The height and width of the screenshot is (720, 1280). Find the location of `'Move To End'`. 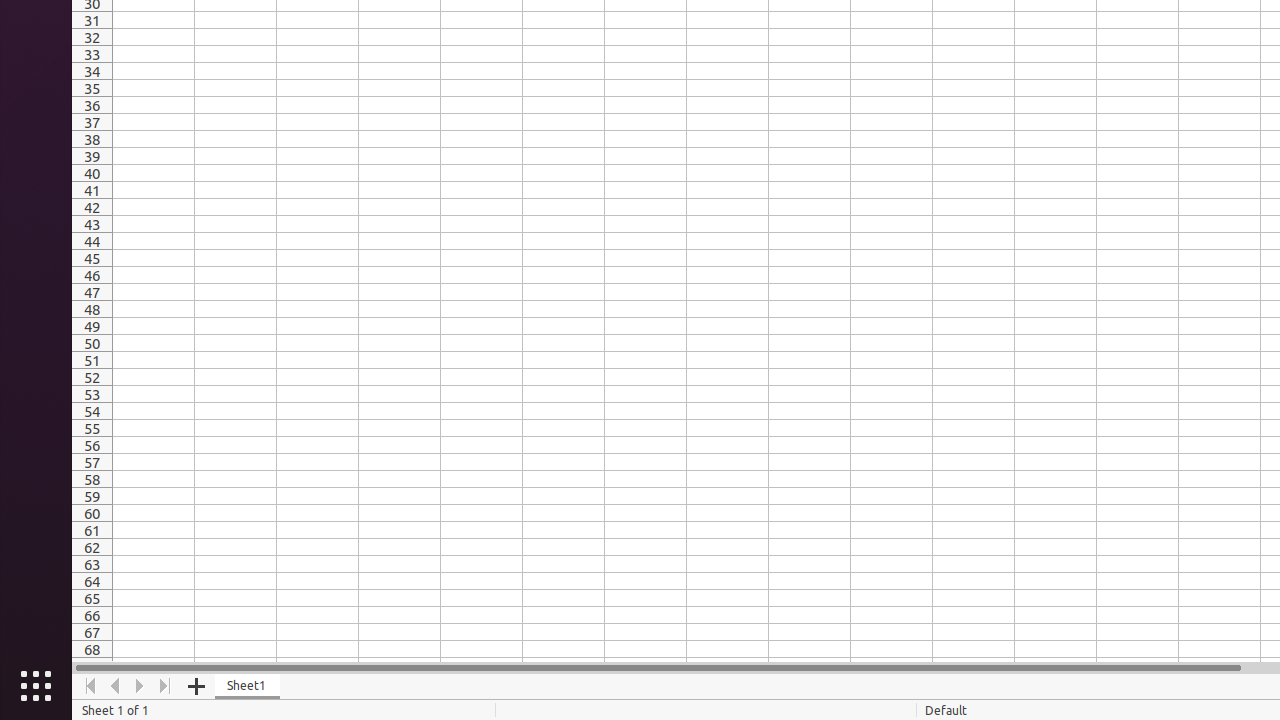

'Move To End' is located at coordinates (165, 685).